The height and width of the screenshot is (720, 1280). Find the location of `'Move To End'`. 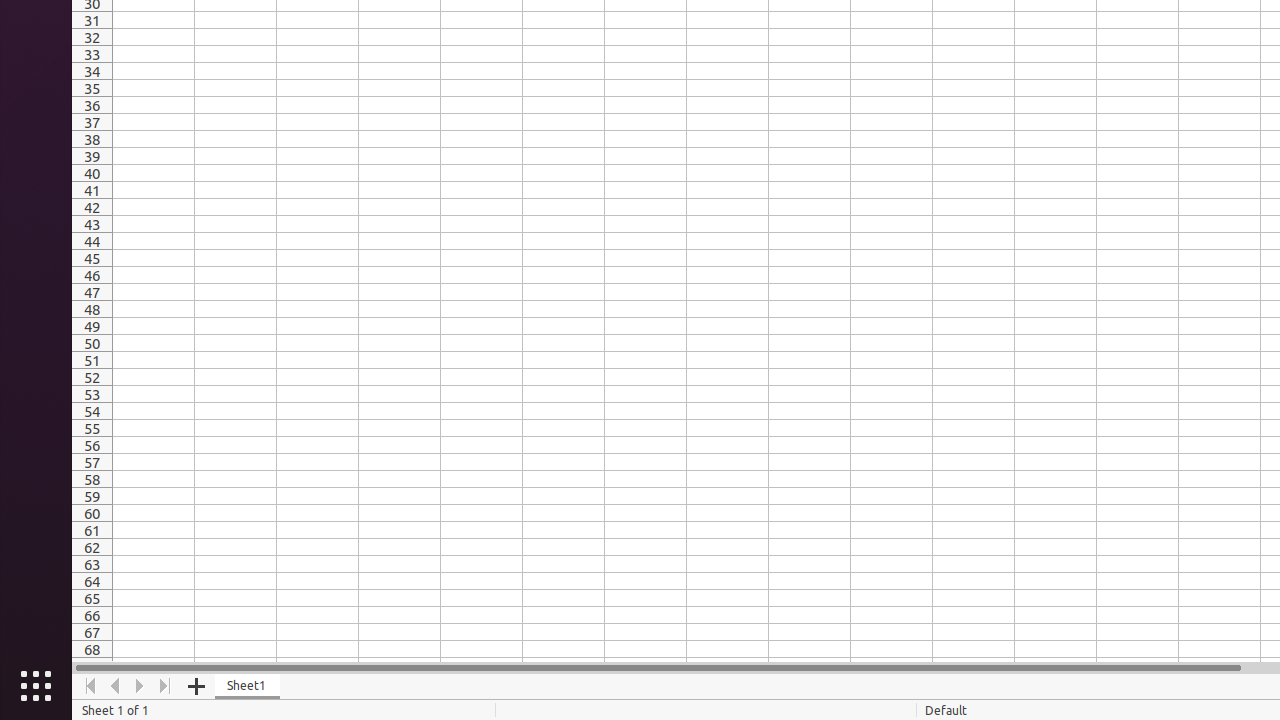

'Move To End' is located at coordinates (165, 685).